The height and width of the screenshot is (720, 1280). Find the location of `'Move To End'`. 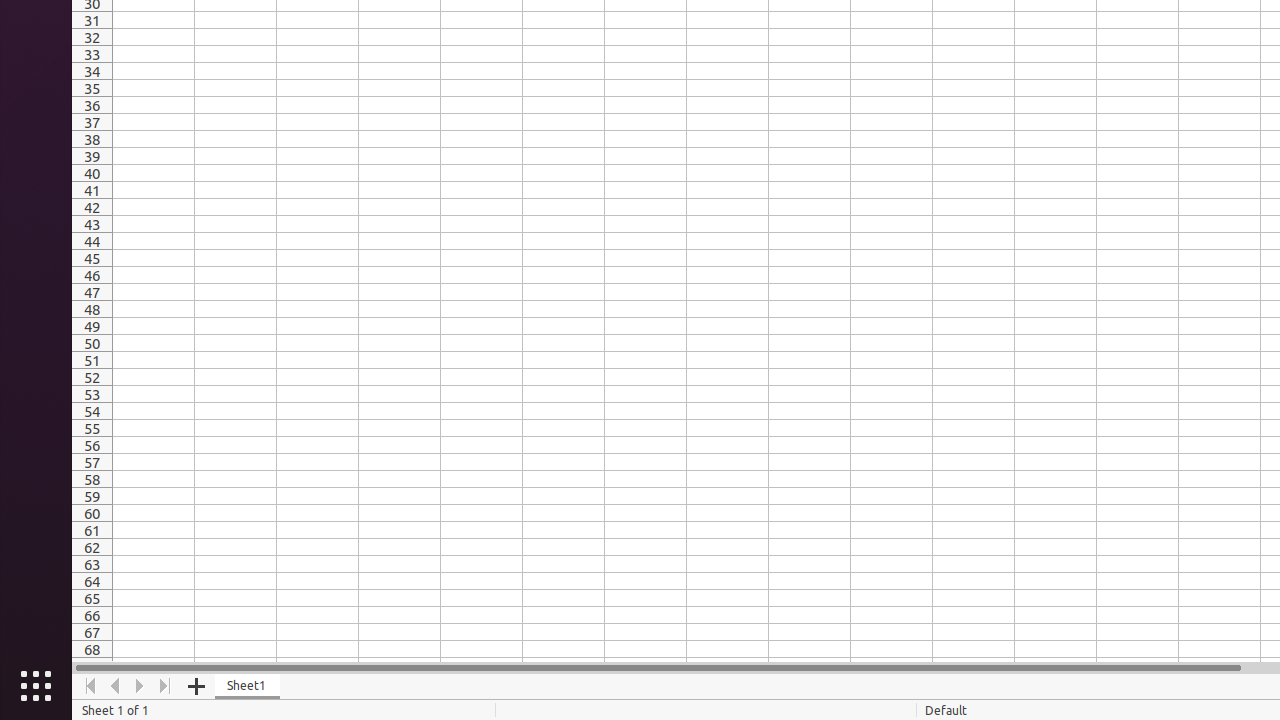

'Move To End' is located at coordinates (165, 685).